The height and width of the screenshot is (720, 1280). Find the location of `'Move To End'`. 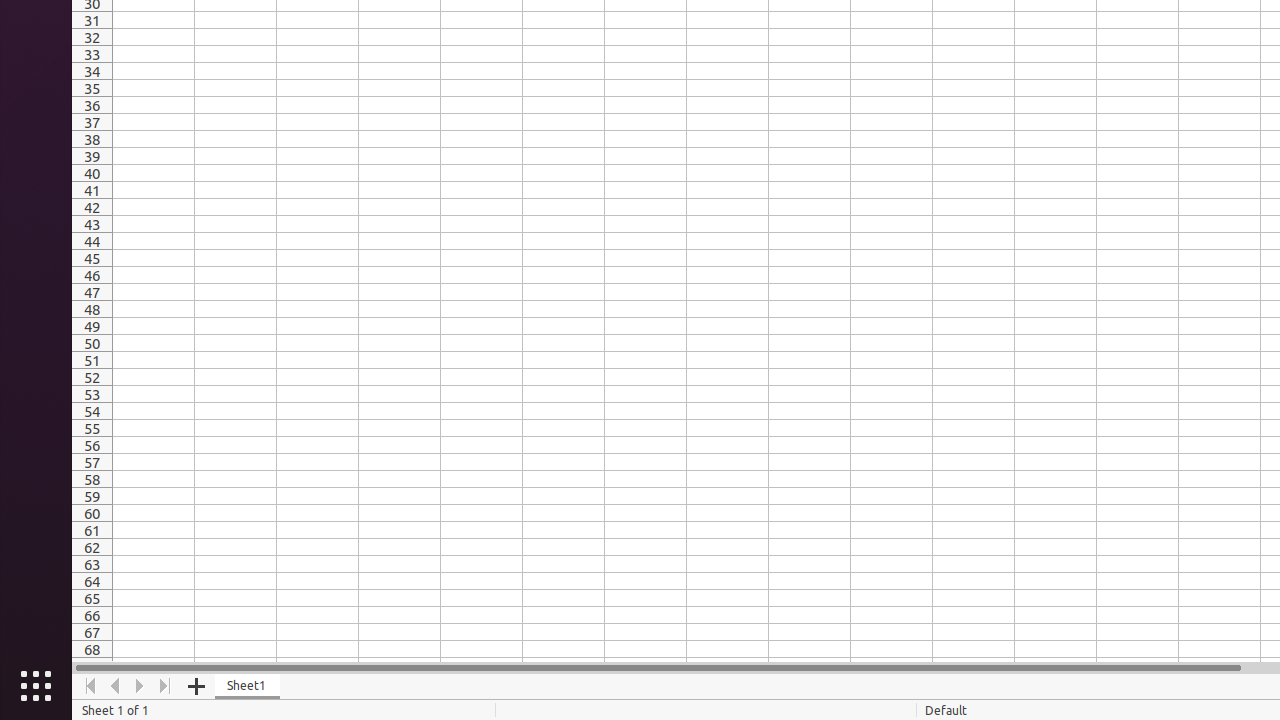

'Move To End' is located at coordinates (165, 685).